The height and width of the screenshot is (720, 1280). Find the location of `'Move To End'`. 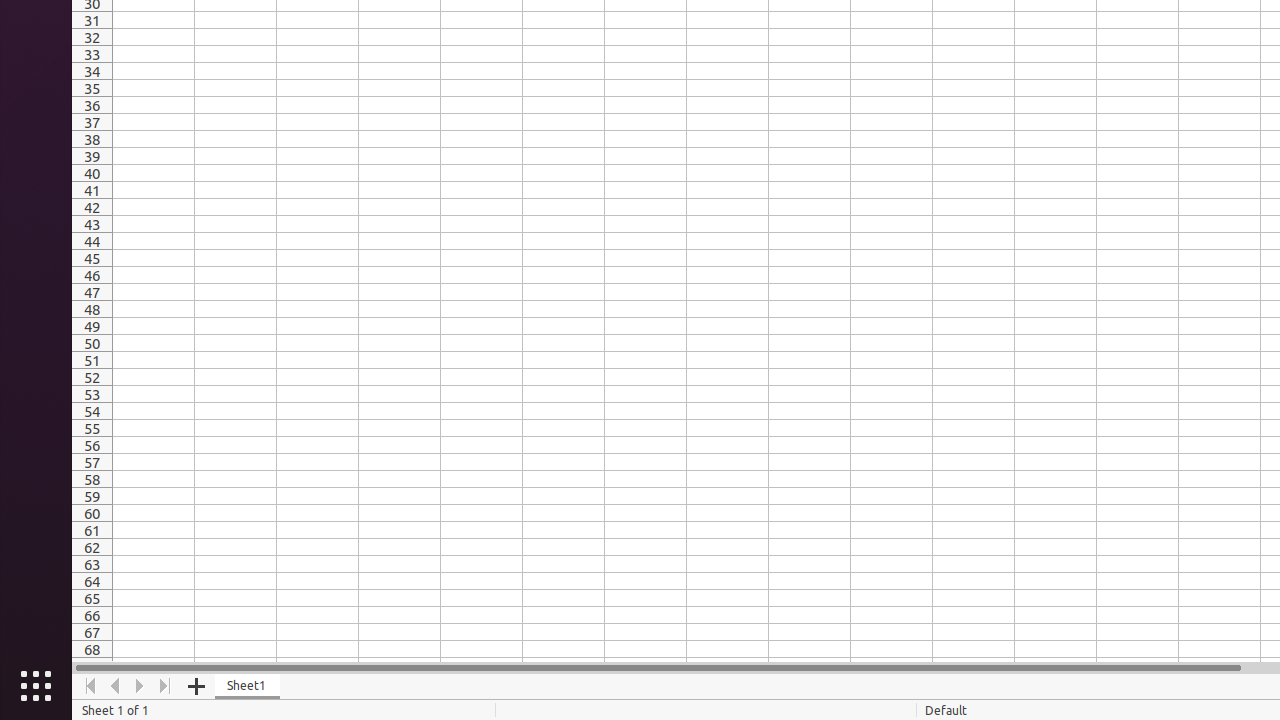

'Move To End' is located at coordinates (165, 685).